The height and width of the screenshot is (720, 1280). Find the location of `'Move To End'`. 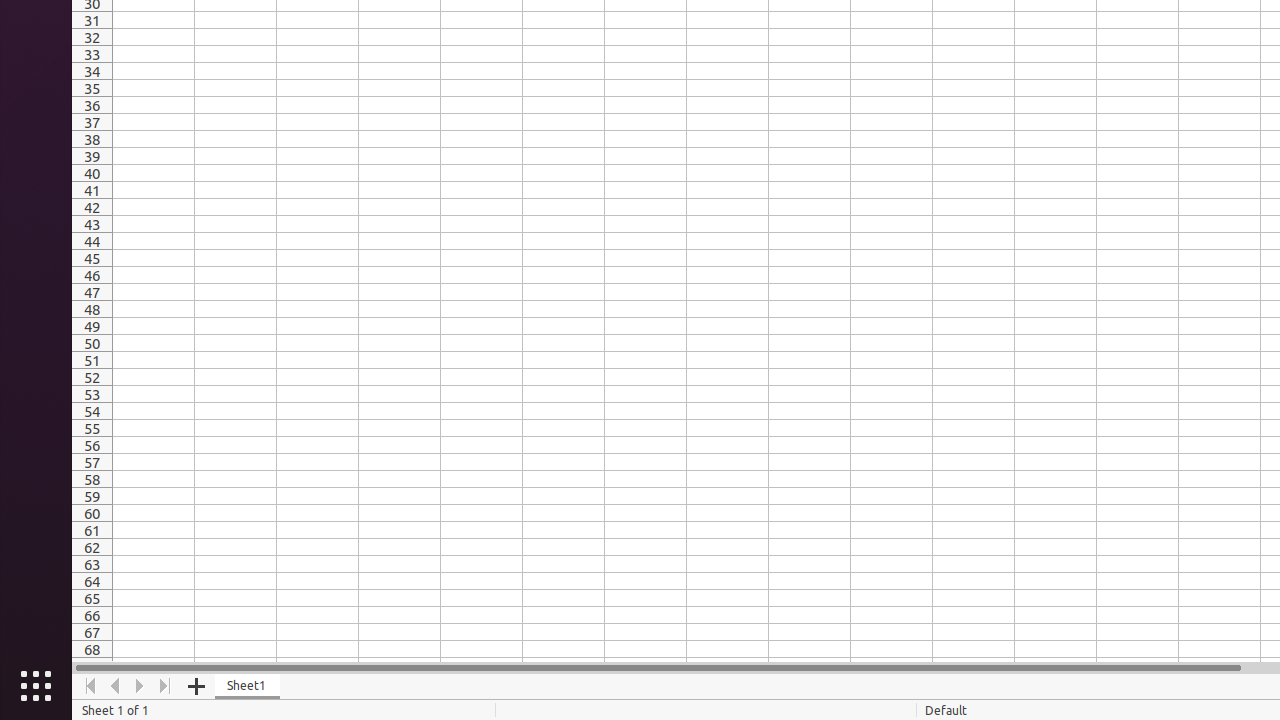

'Move To End' is located at coordinates (165, 685).